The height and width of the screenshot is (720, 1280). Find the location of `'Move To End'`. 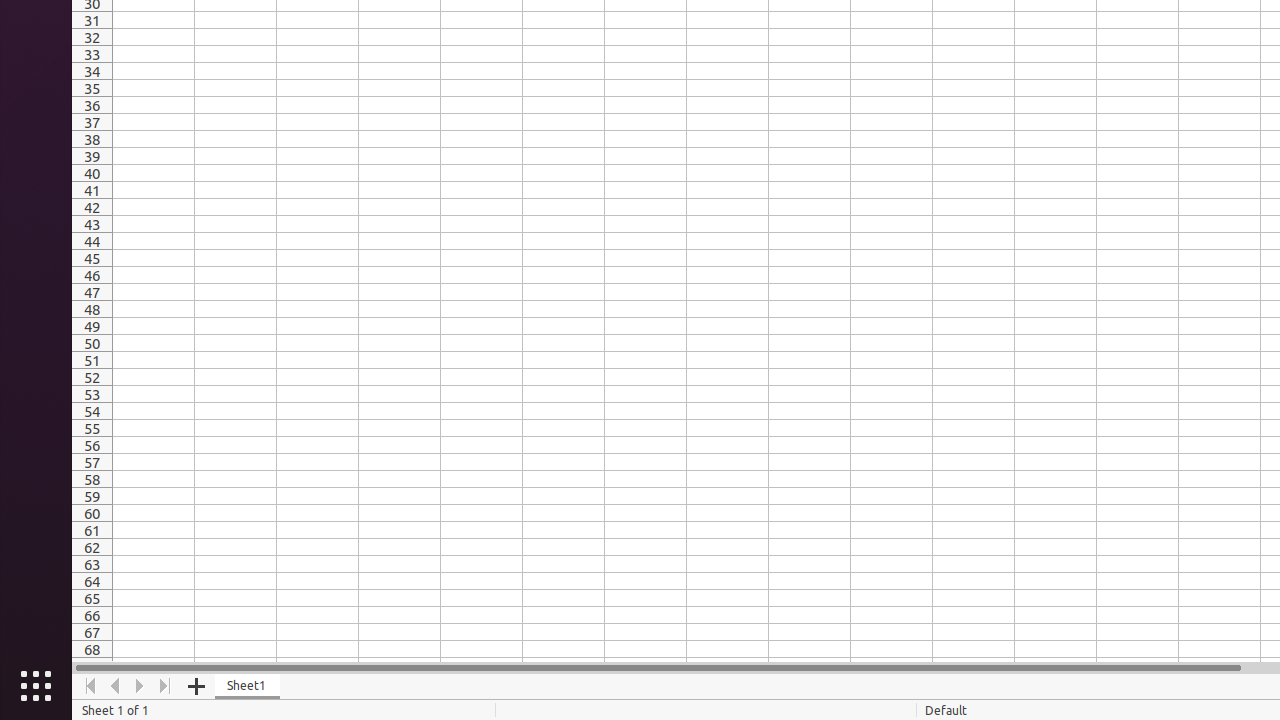

'Move To End' is located at coordinates (165, 685).